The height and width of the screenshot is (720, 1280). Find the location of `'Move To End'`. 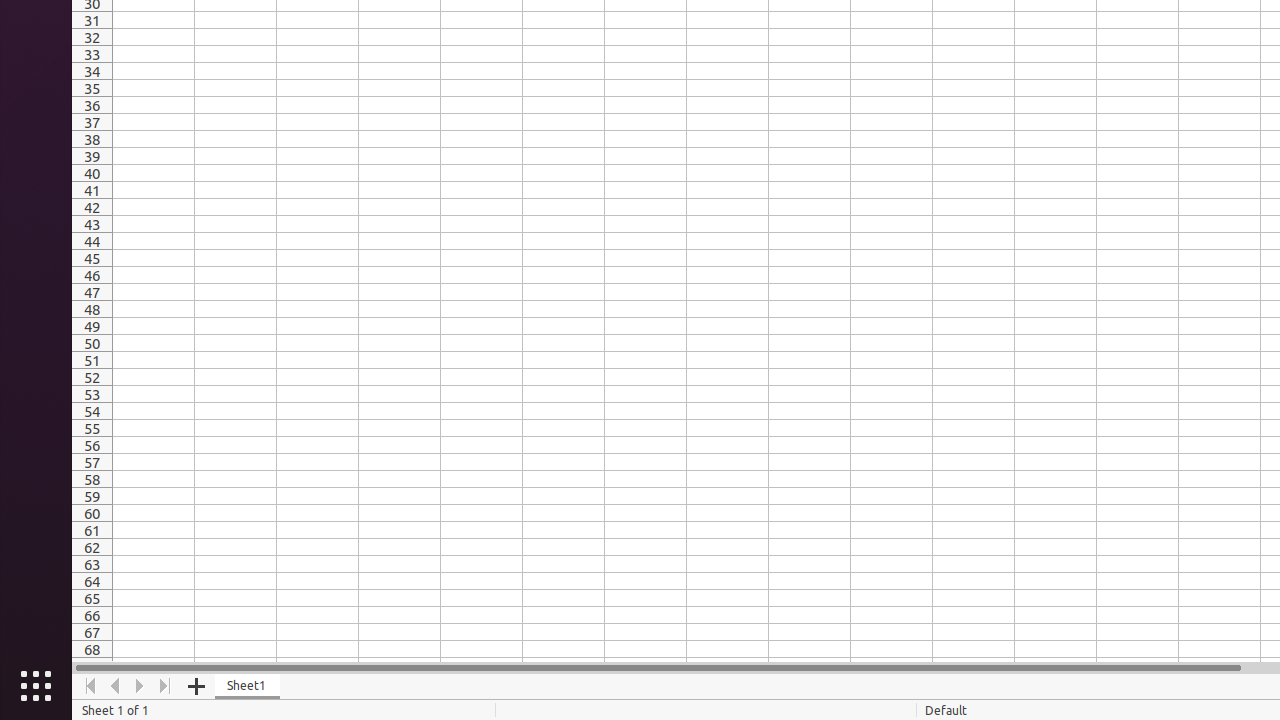

'Move To End' is located at coordinates (165, 685).